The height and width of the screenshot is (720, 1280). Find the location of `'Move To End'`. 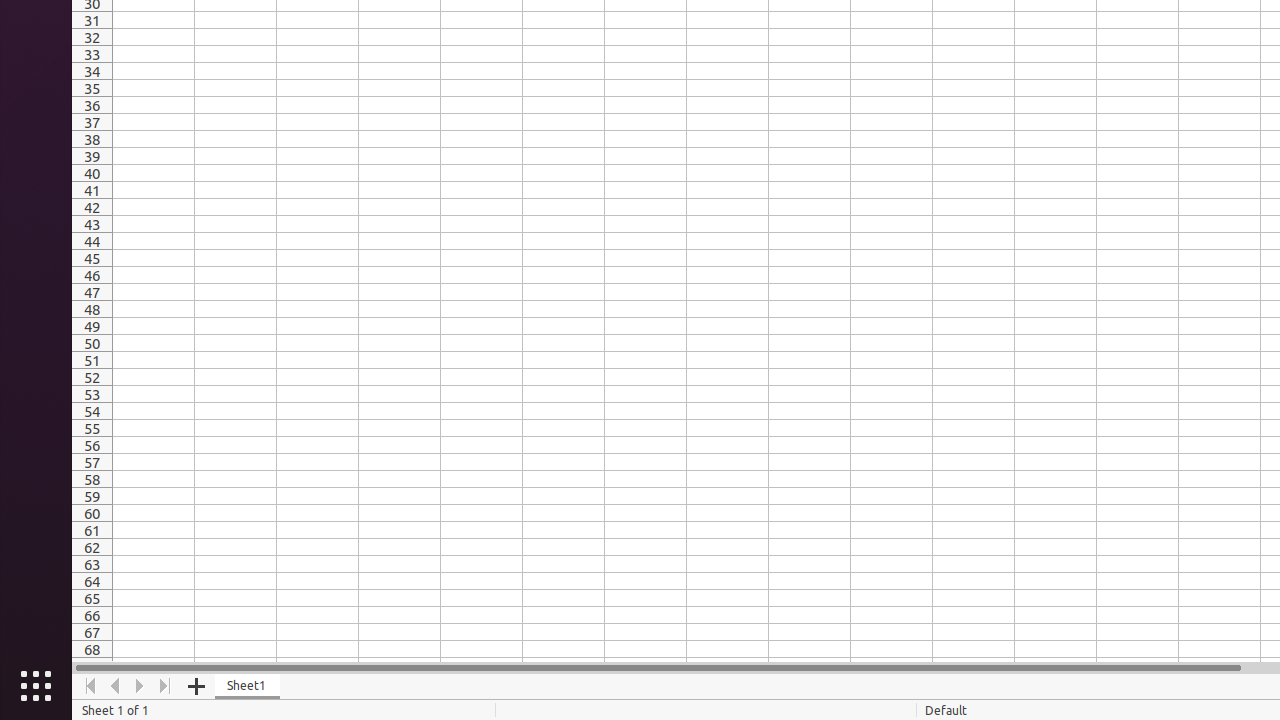

'Move To End' is located at coordinates (165, 685).